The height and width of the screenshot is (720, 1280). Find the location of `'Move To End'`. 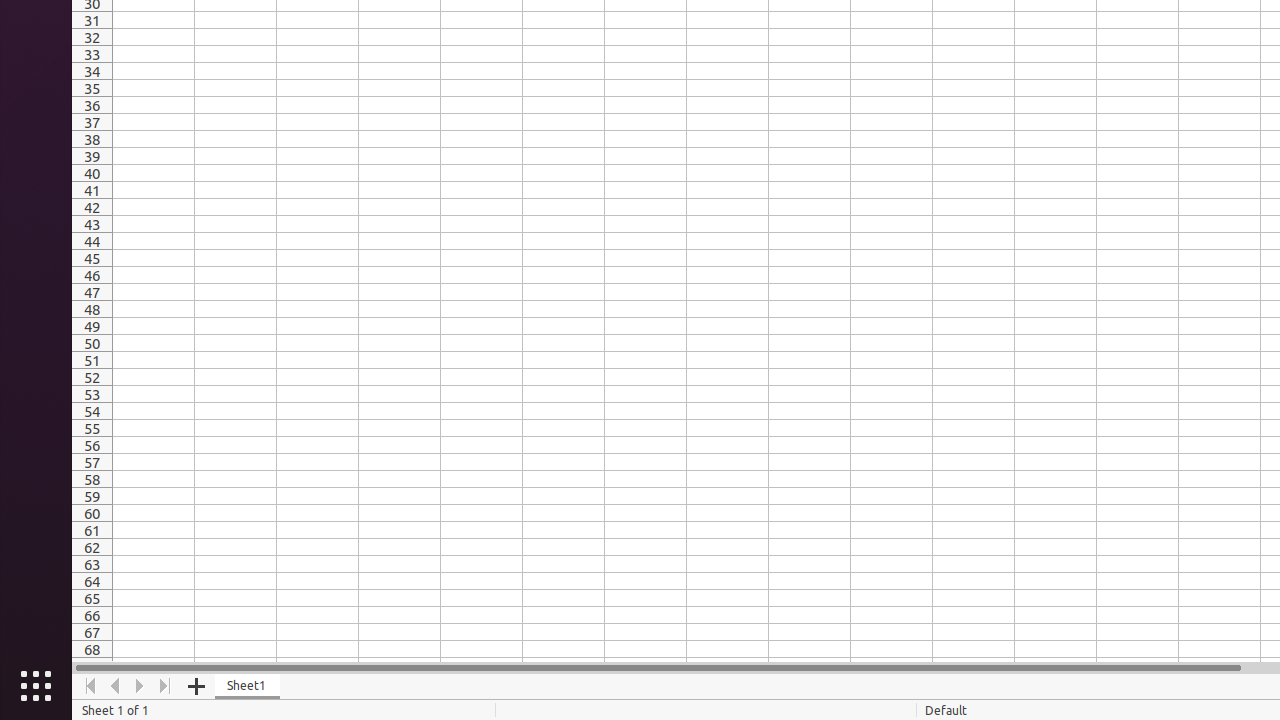

'Move To End' is located at coordinates (165, 685).